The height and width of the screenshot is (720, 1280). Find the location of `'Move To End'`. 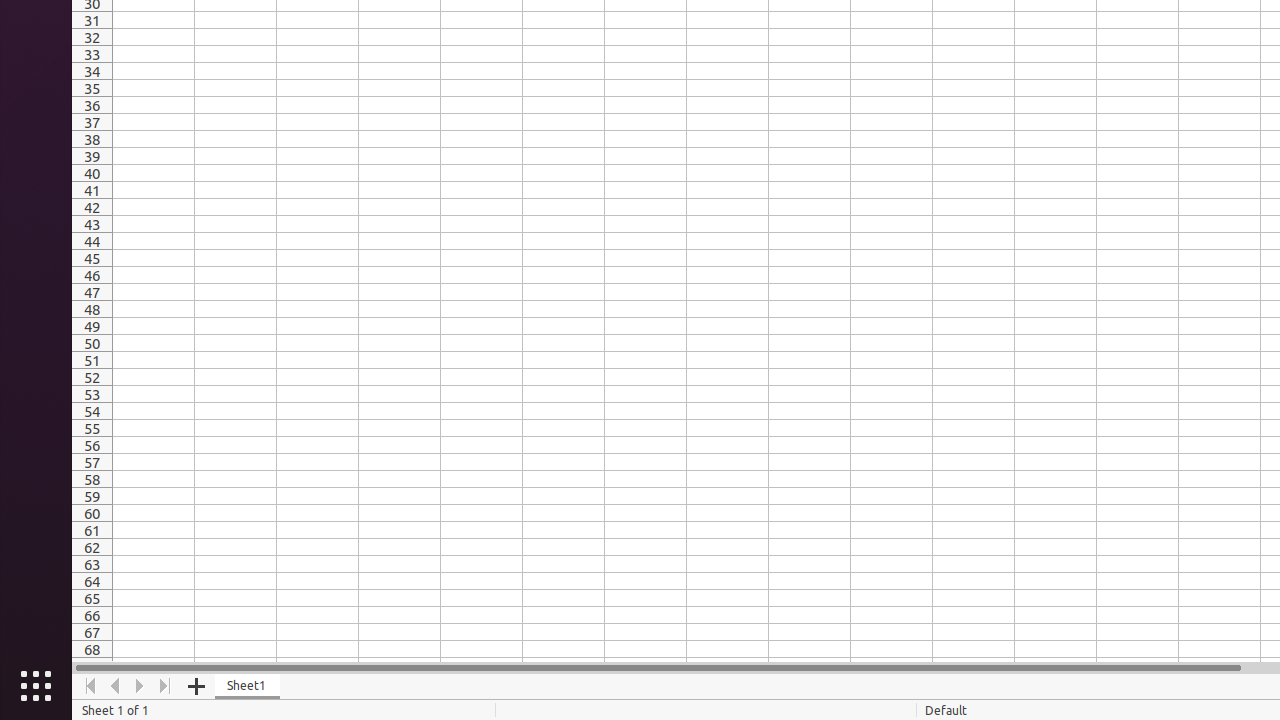

'Move To End' is located at coordinates (165, 685).